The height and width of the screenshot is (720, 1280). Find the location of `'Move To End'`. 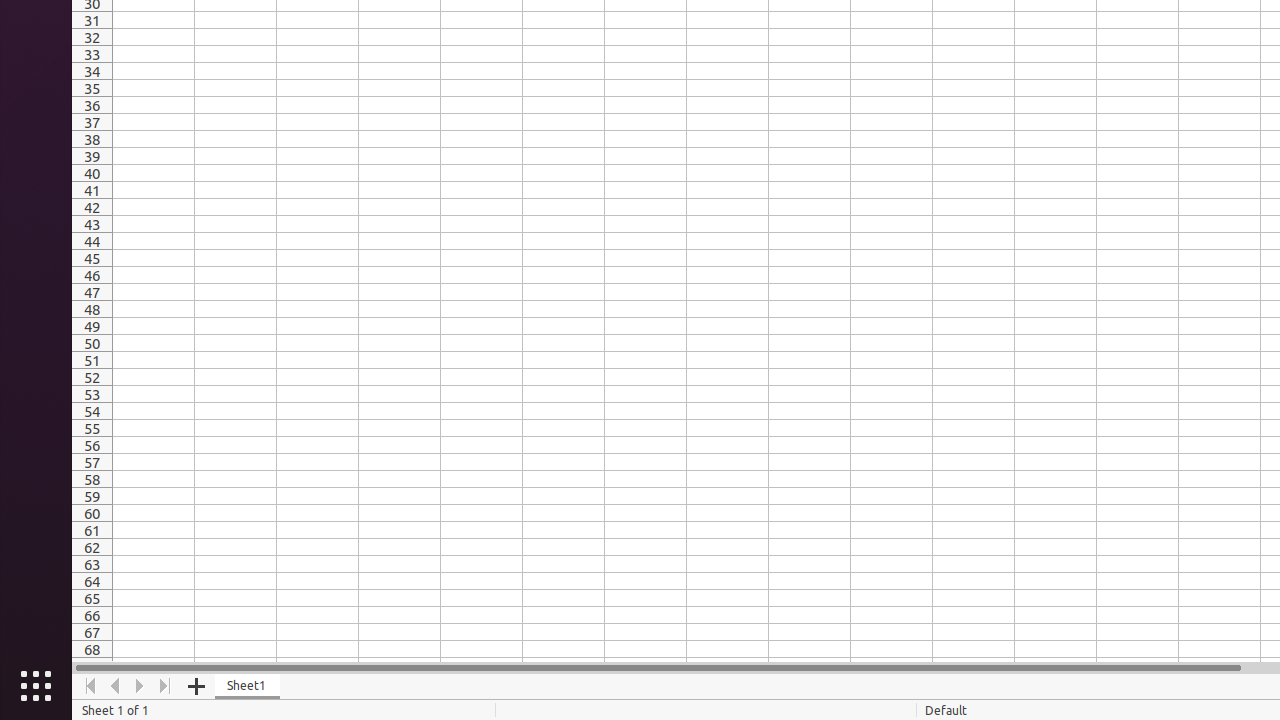

'Move To End' is located at coordinates (165, 685).